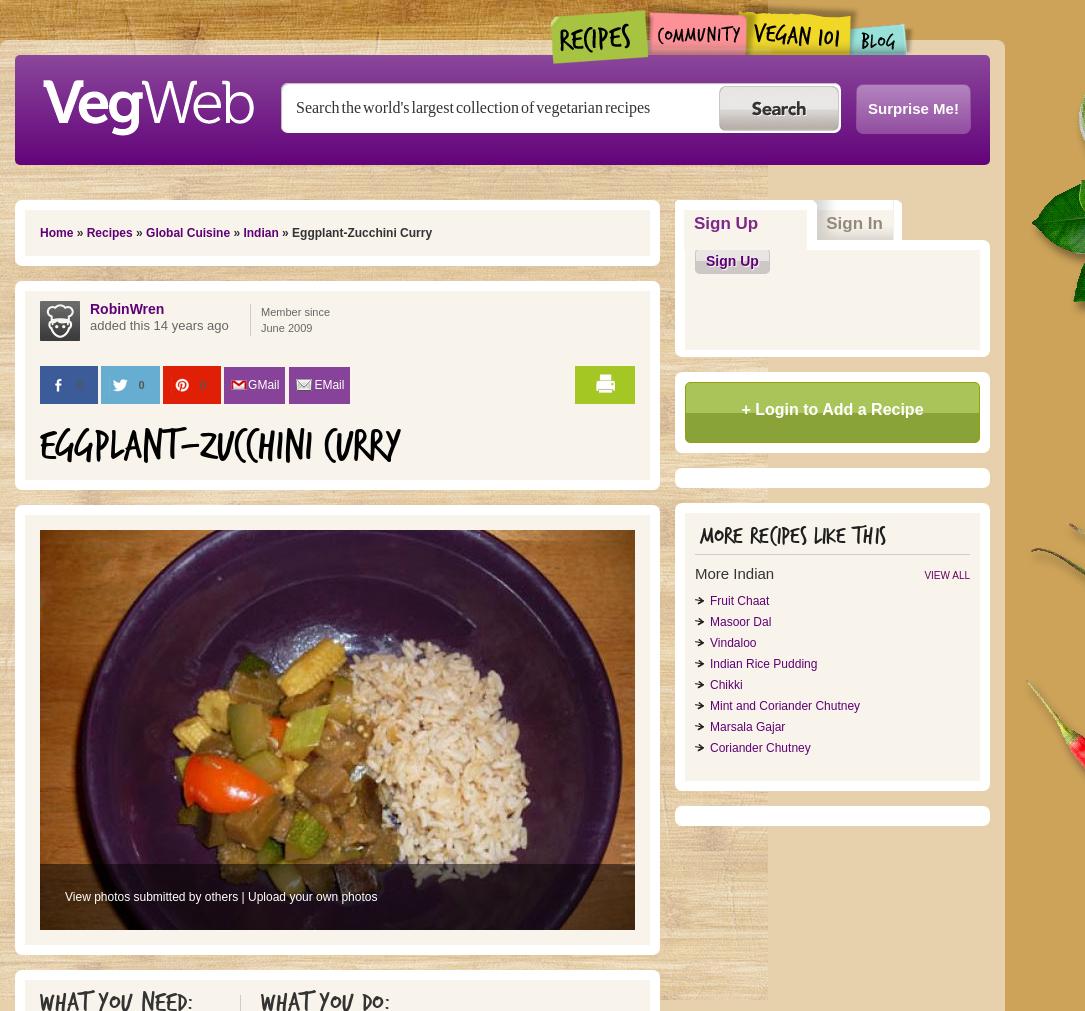  I want to click on 'Home', so click(40, 233).